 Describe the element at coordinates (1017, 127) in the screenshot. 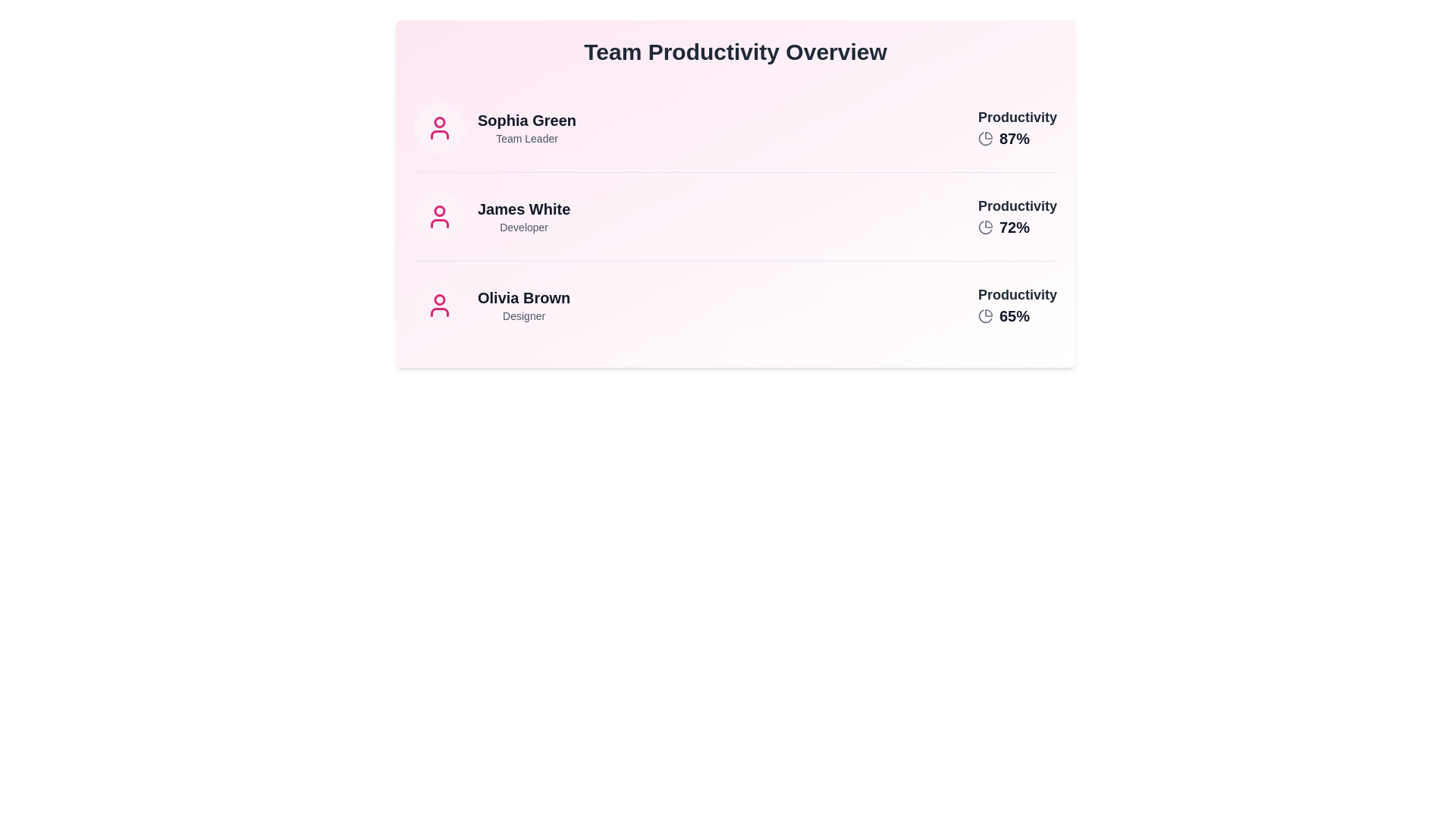

I see `text '87%' displayed in the Statistic Display for 'Productivity' under 'Sophia Green' in the Team Productivity Overview card` at that location.